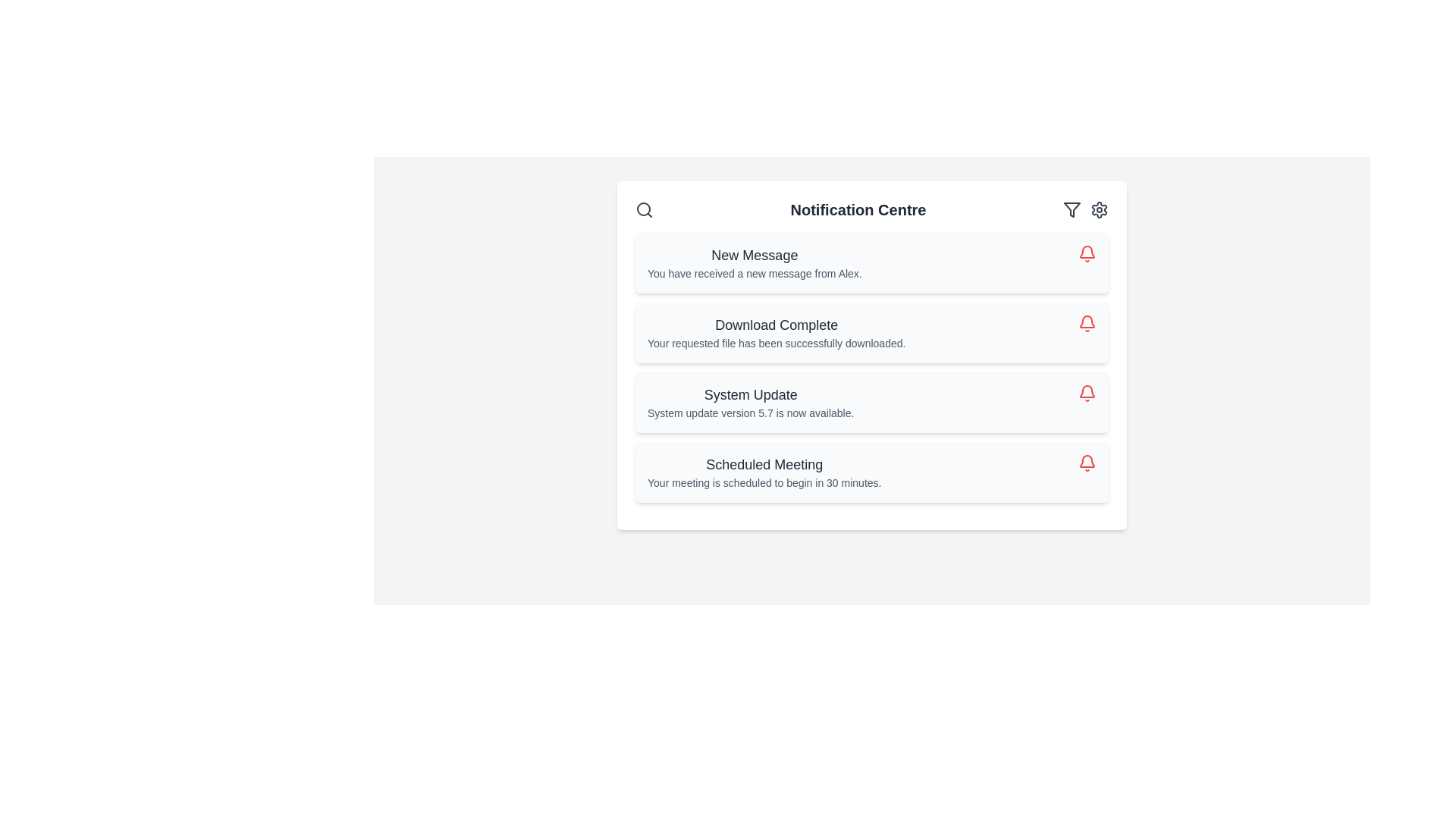 Image resolution: width=1456 pixels, height=819 pixels. Describe the element at coordinates (644, 210) in the screenshot. I see `the search icon, which is a circular magnifying glass styled in gray, located in the top-left corner of the Notification Centre header row` at that location.